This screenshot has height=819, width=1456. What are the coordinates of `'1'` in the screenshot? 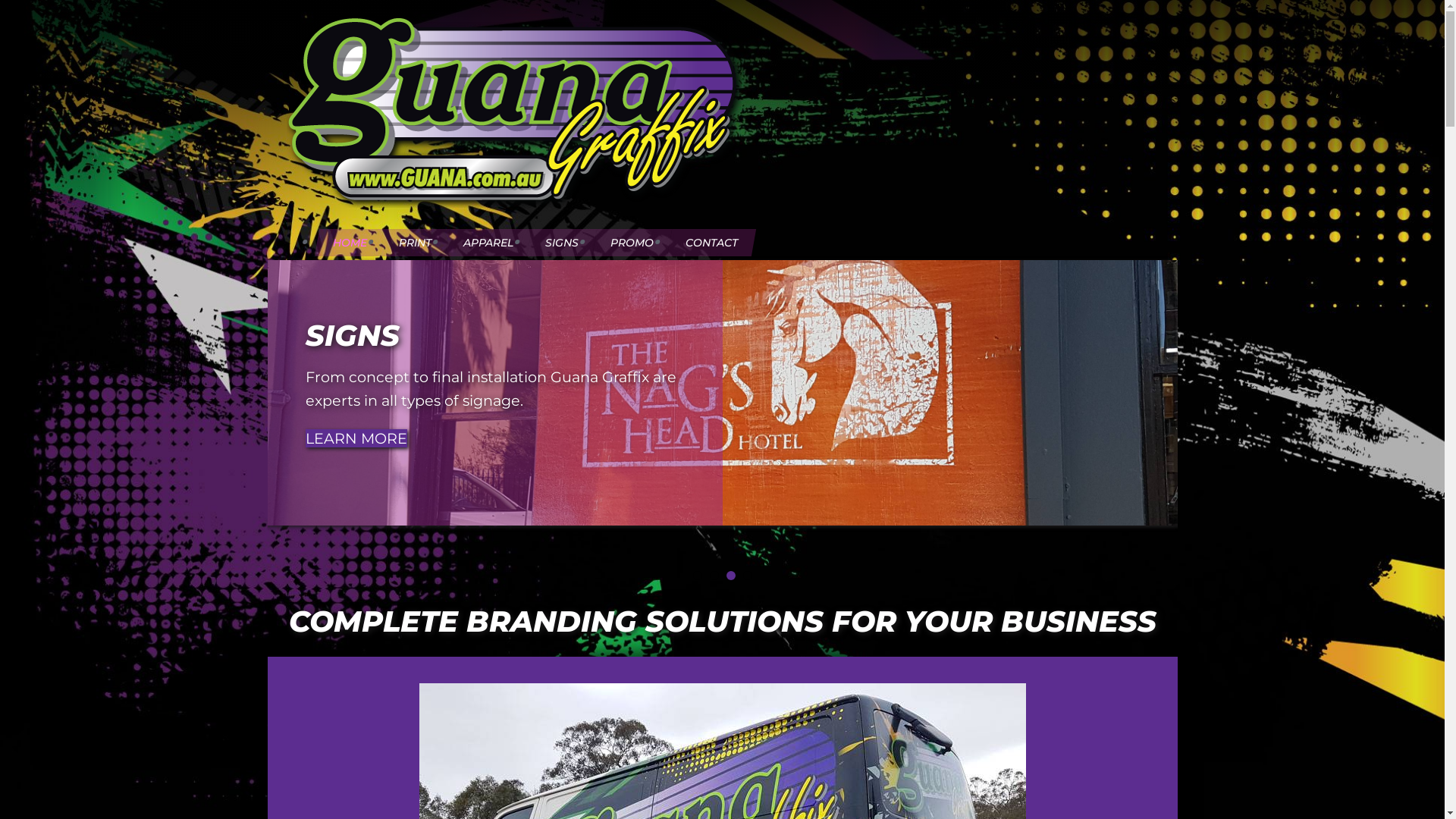 It's located at (697, 576).